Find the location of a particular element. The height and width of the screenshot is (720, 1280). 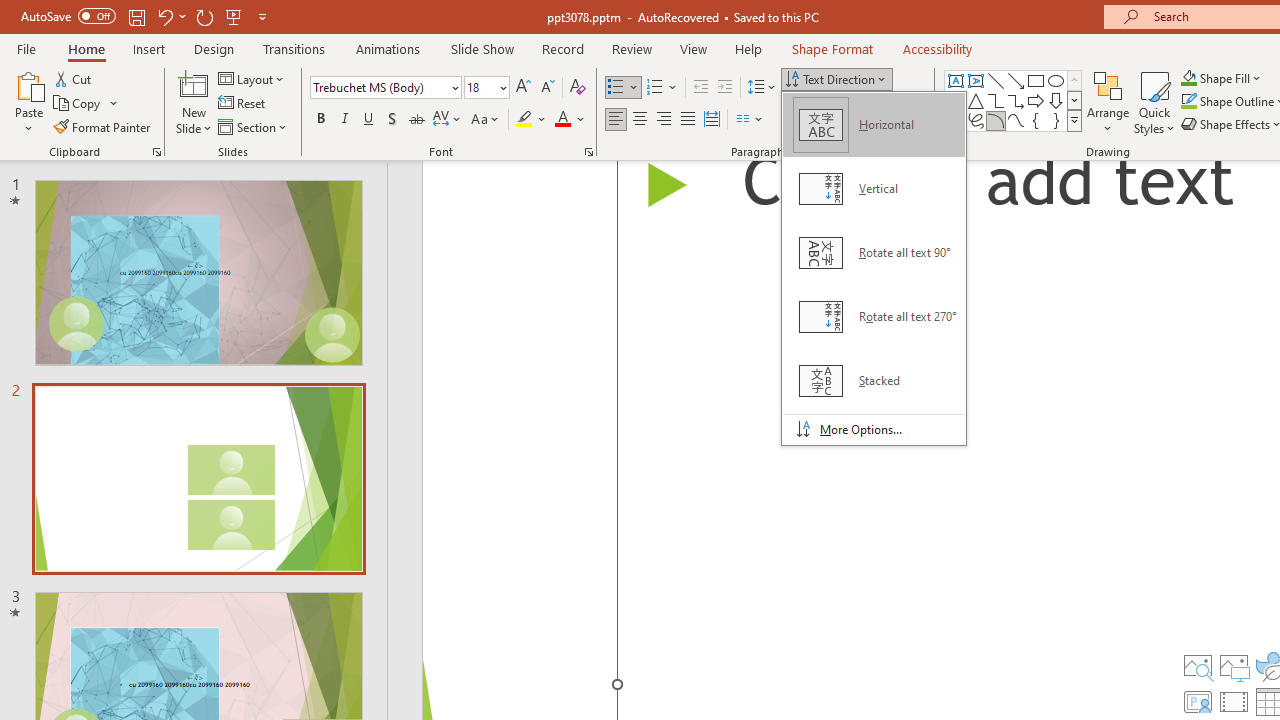

'Insert Cameo' is located at coordinates (1197, 701).